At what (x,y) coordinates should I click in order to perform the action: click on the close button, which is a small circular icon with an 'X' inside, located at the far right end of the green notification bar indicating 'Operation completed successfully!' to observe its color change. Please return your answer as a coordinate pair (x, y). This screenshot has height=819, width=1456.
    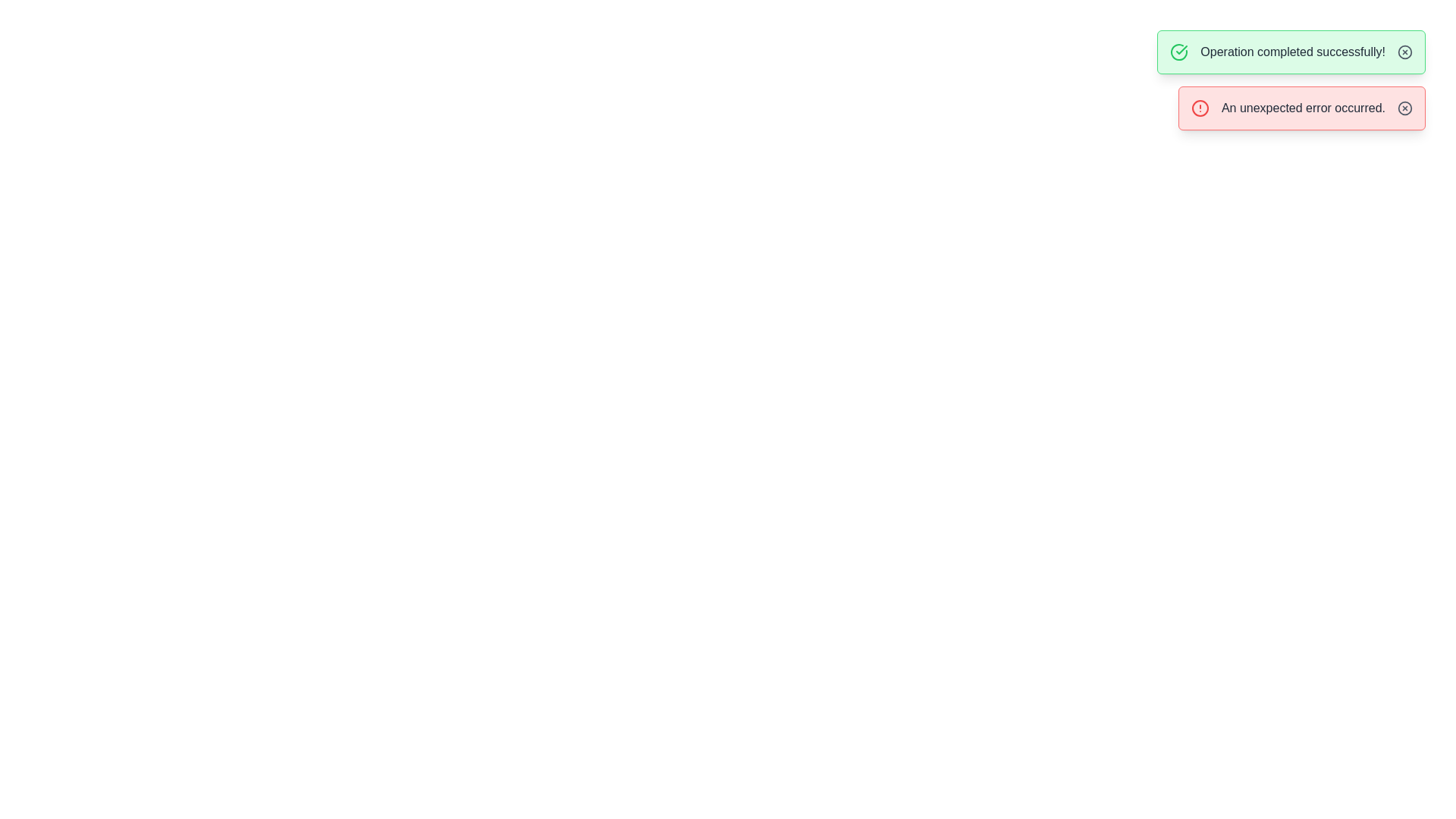
    Looking at the image, I should click on (1404, 52).